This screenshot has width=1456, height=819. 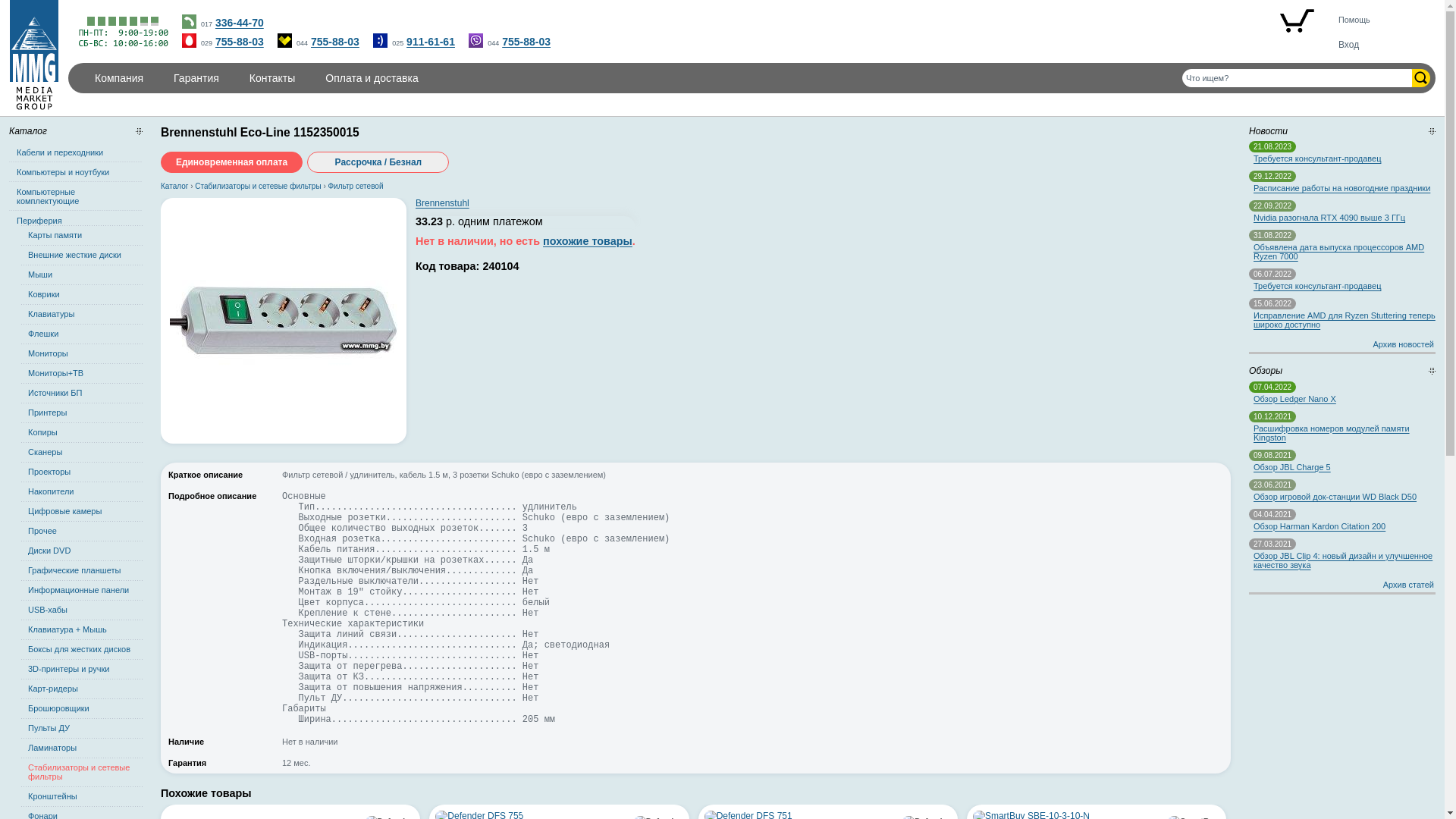 What do you see at coordinates (334, 40) in the screenshot?
I see `'755-88-03'` at bounding box center [334, 40].